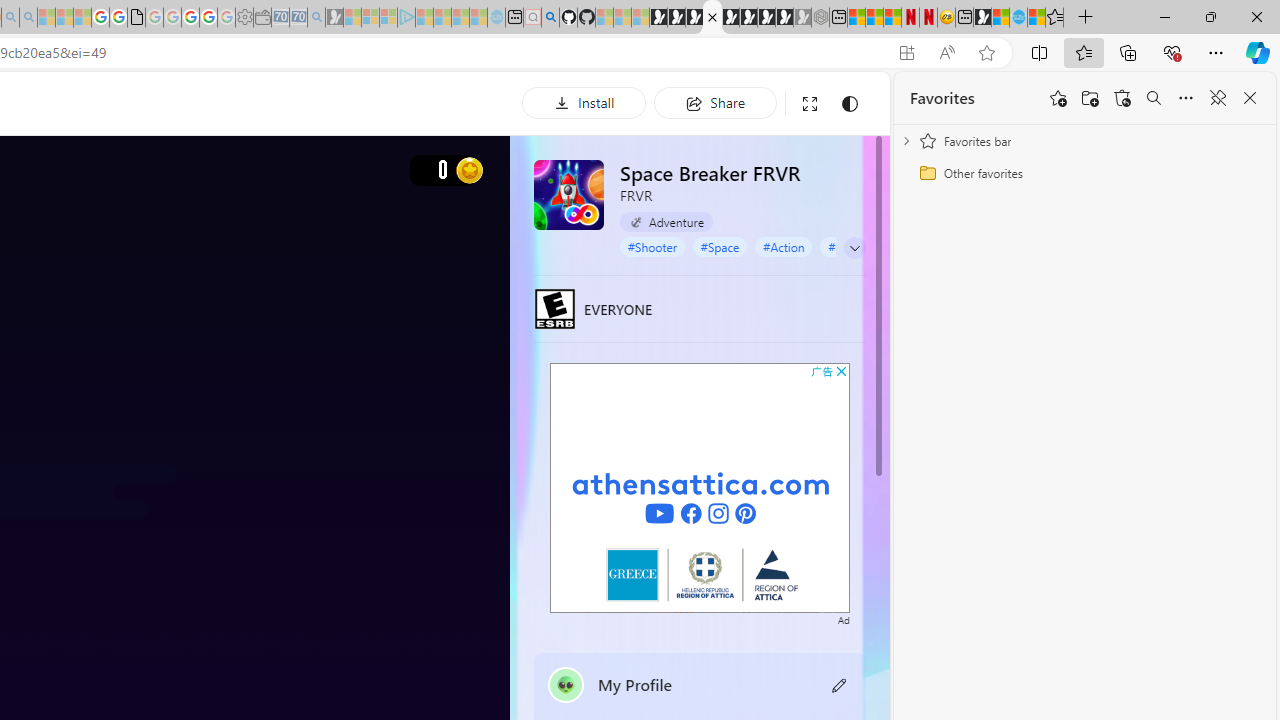 Image resolution: width=1280 pixels, height=720 pixels. Describe the element at coordinates (666, 221) in the screenshot. I see `'Adventure'` at that location.